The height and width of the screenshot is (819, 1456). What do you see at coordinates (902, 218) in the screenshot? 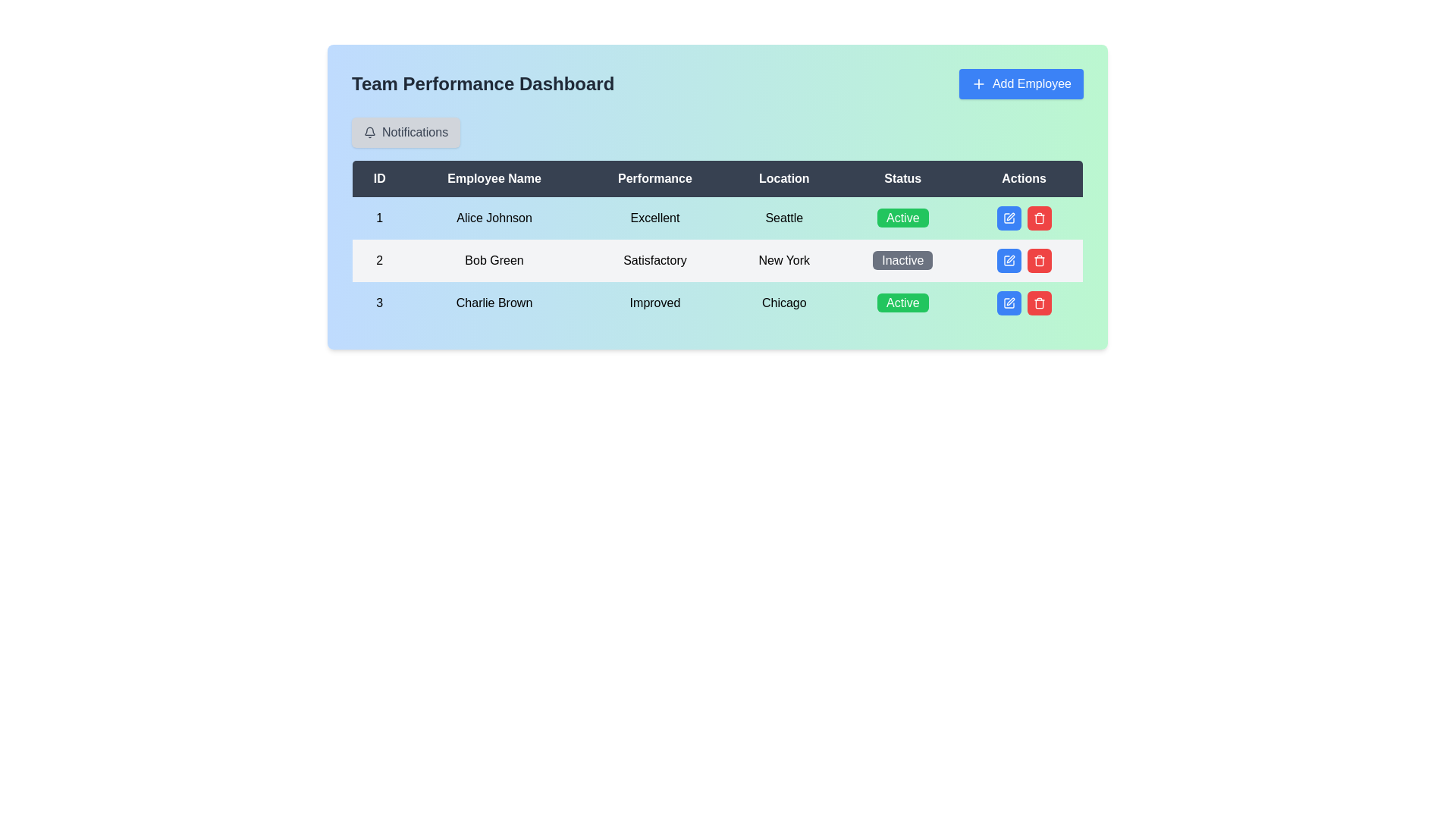
I see `the Status Indicator in the first row of the table that shows 'Active' for Alice Johnson` at bounding box center [902, 218].